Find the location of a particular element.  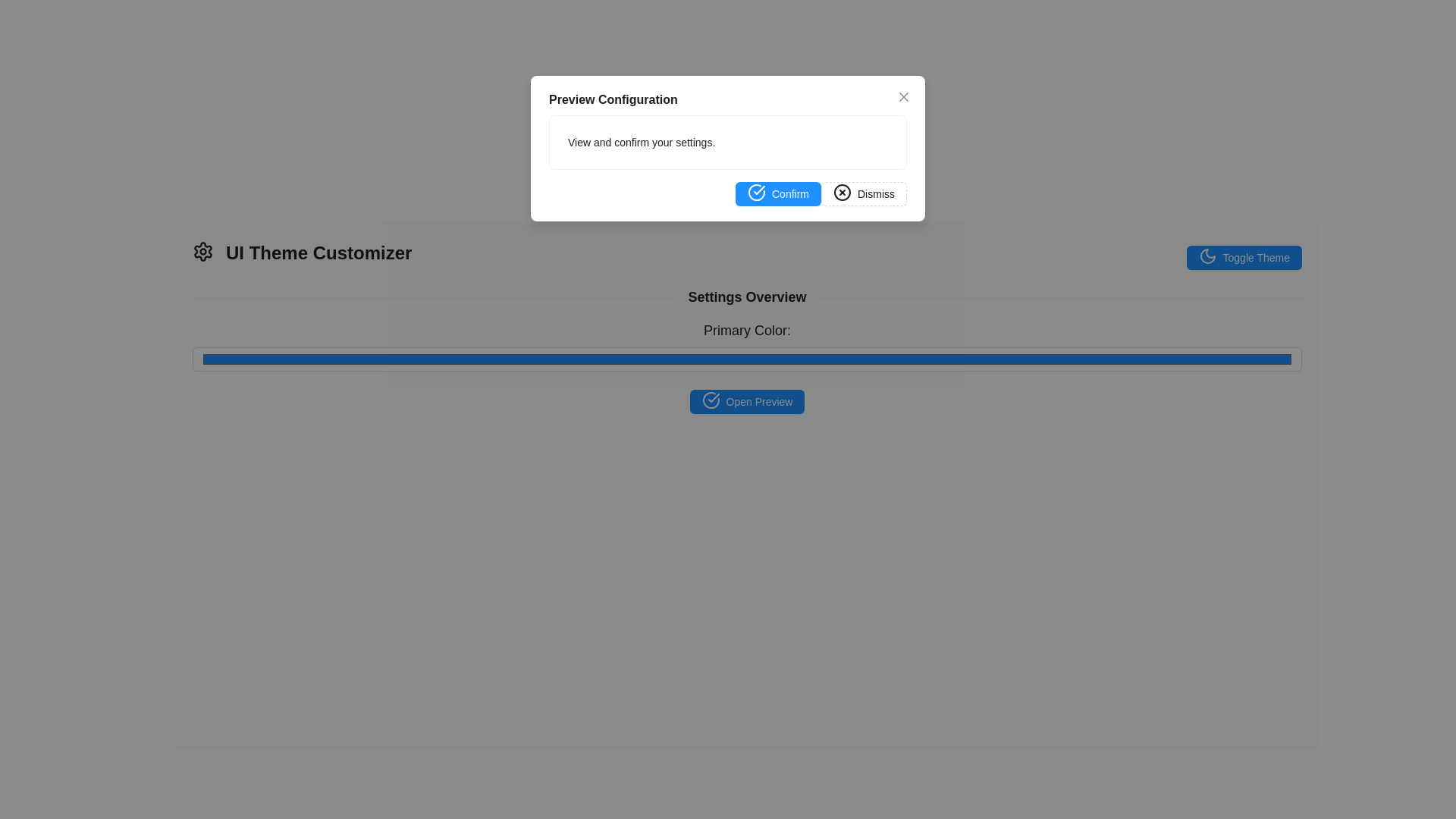

the confirmation icon located within the 'Open Preview' button, which is positioned below the primary color configuration section in the UI is located at coordinates (709, 400).